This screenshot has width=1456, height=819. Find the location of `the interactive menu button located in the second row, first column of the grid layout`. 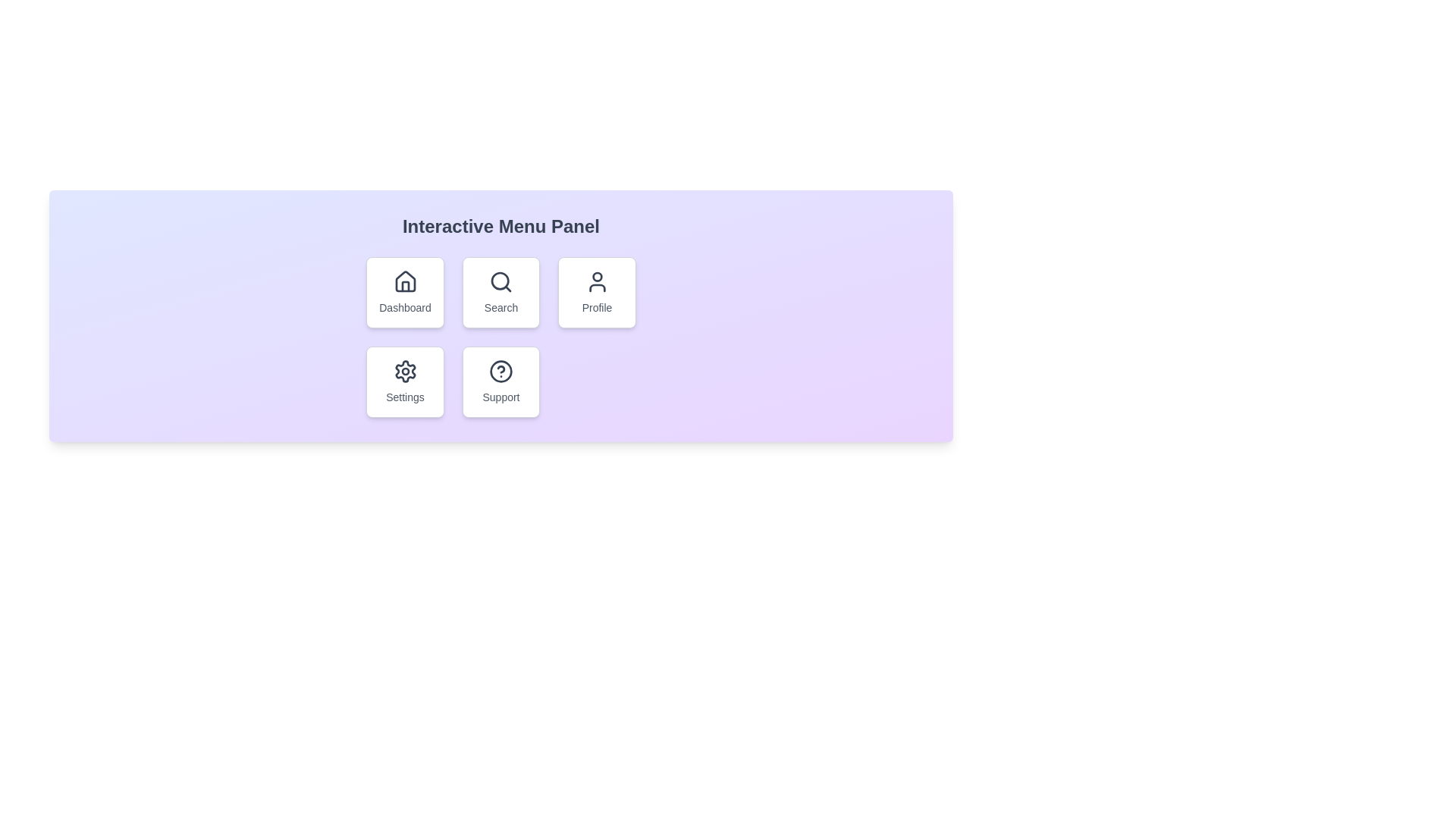

the interactive menu button located in the second row, first column of the grid layout is located at coordinates (405, 381).